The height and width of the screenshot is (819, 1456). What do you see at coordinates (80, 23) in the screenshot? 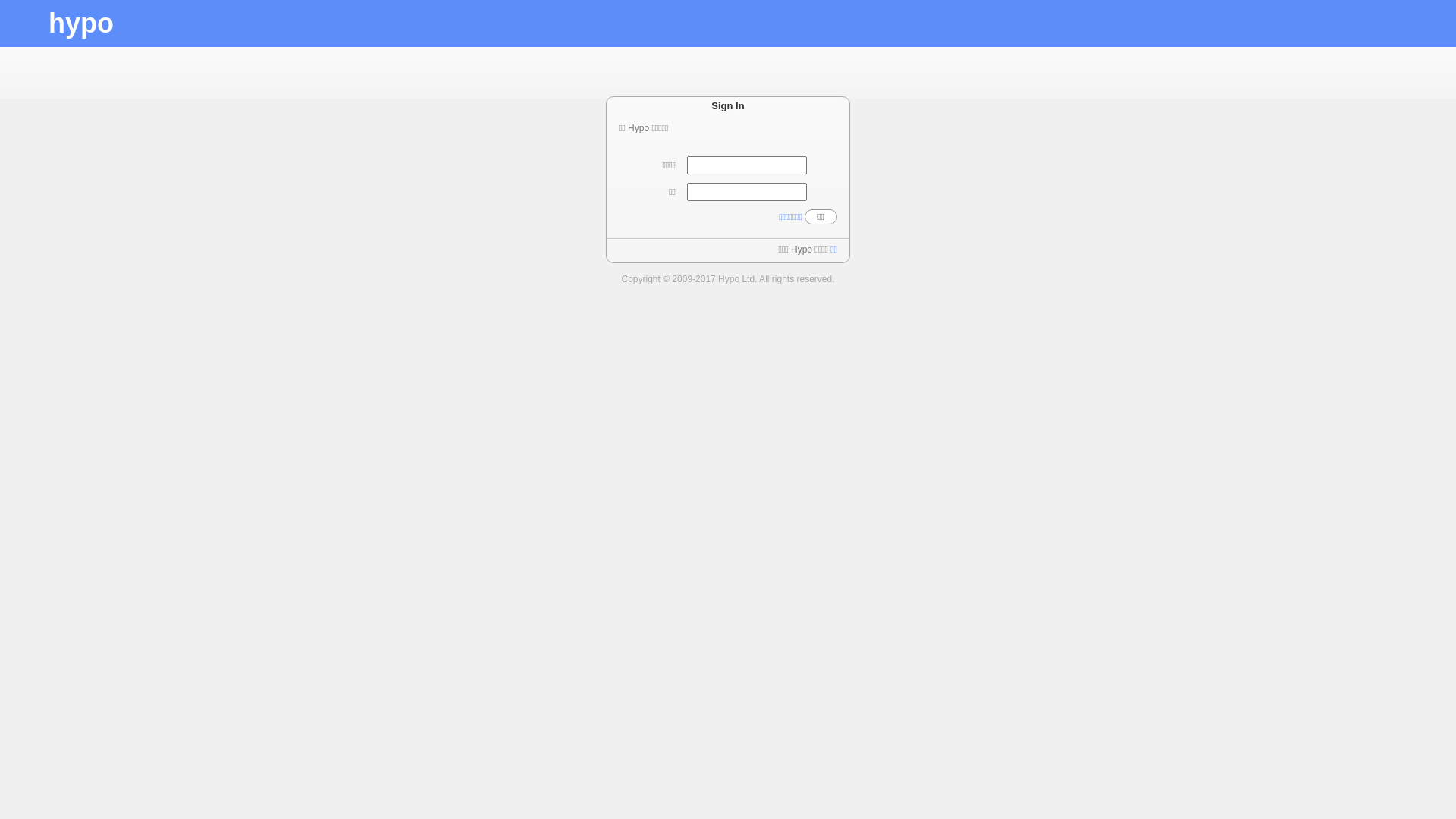
I see `'hypo'` at bounding box center [80, 23].